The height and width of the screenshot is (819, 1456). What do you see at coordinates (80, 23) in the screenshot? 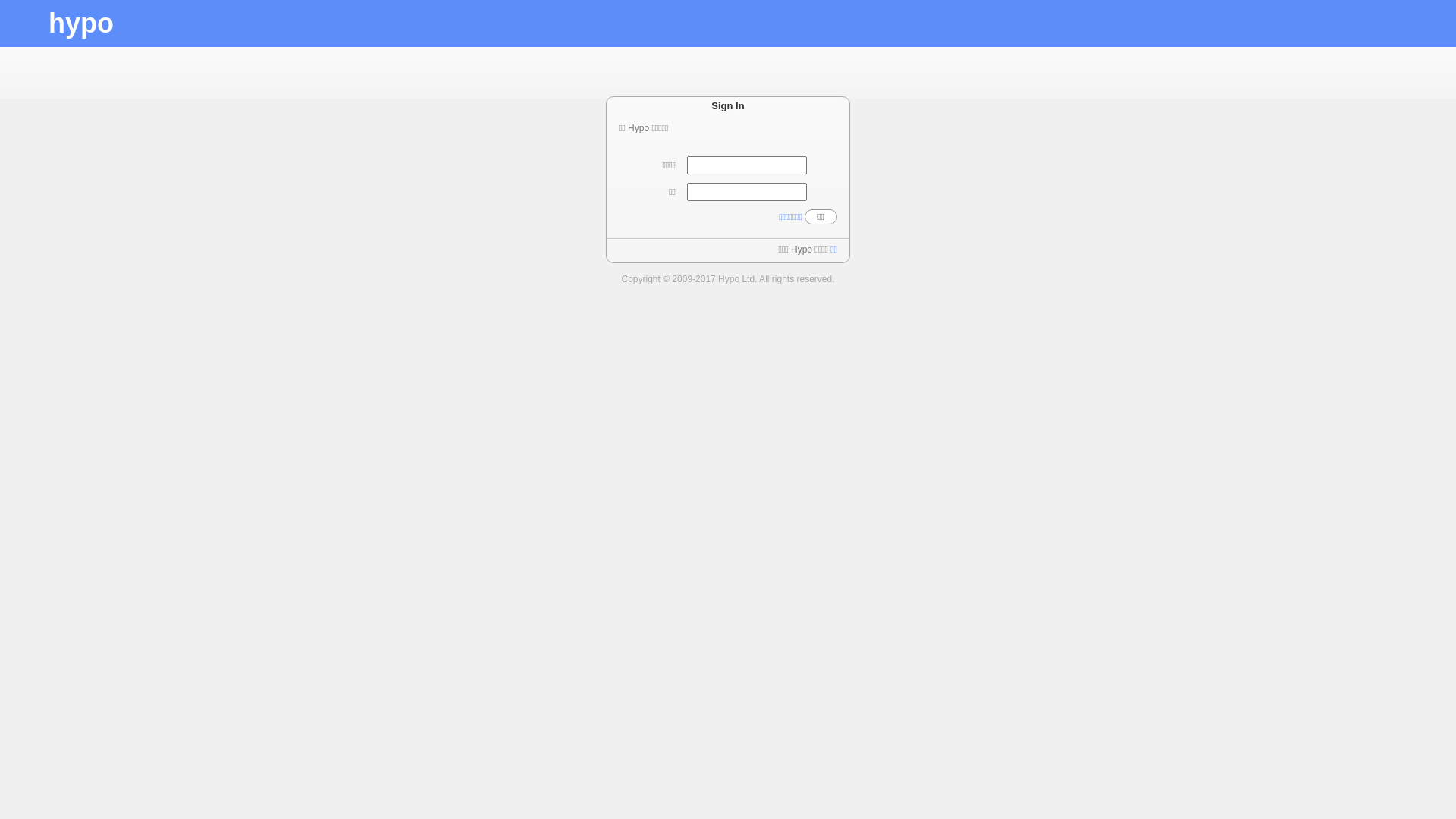
I see `'hypo'` at bounding box center [80, 23].